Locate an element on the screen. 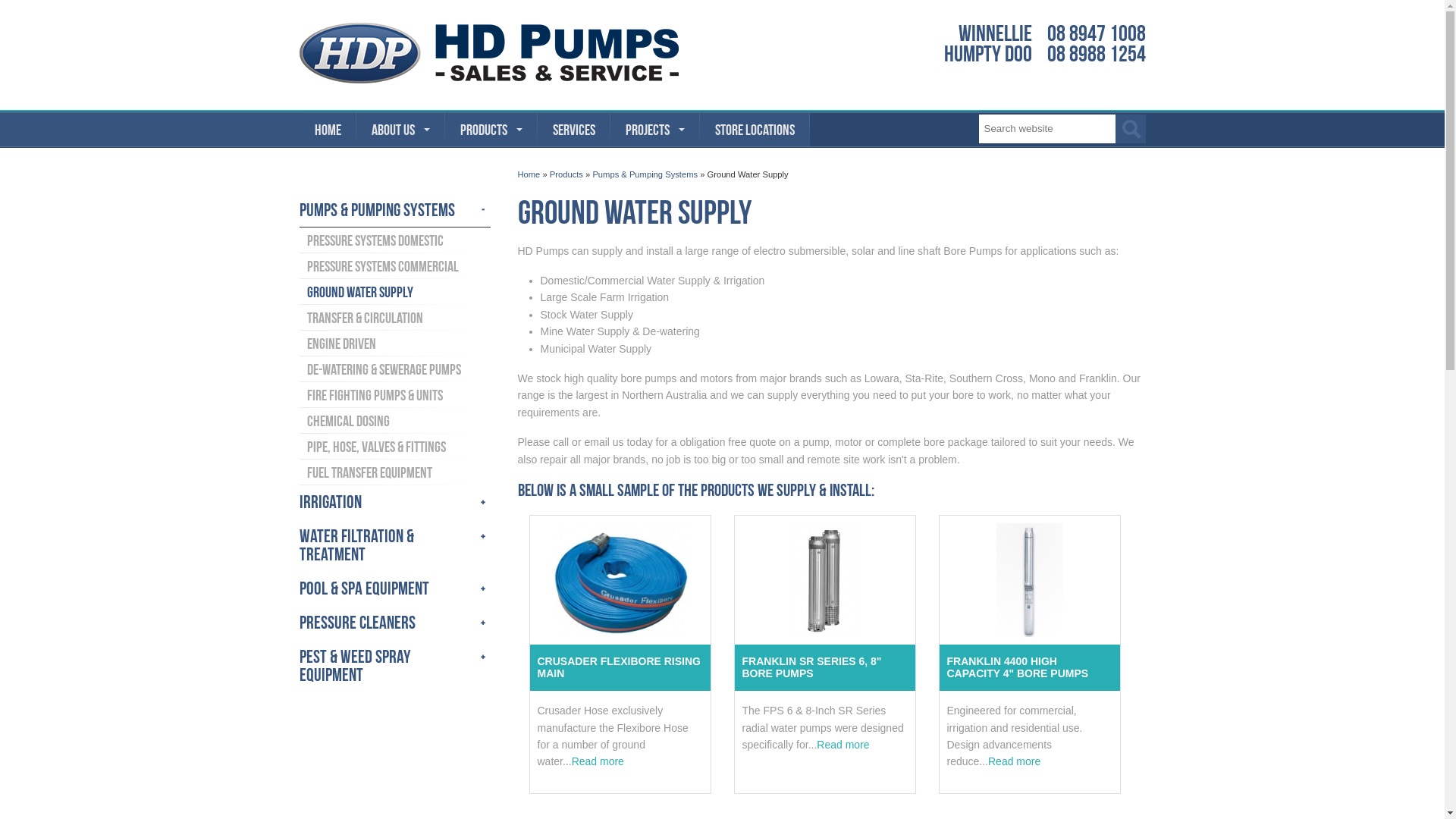 The height and width of the screenshot is (819, 1456). 'PRESSURE SYSTEMS COMMERCIAL' is located at coordinates (394, 265).